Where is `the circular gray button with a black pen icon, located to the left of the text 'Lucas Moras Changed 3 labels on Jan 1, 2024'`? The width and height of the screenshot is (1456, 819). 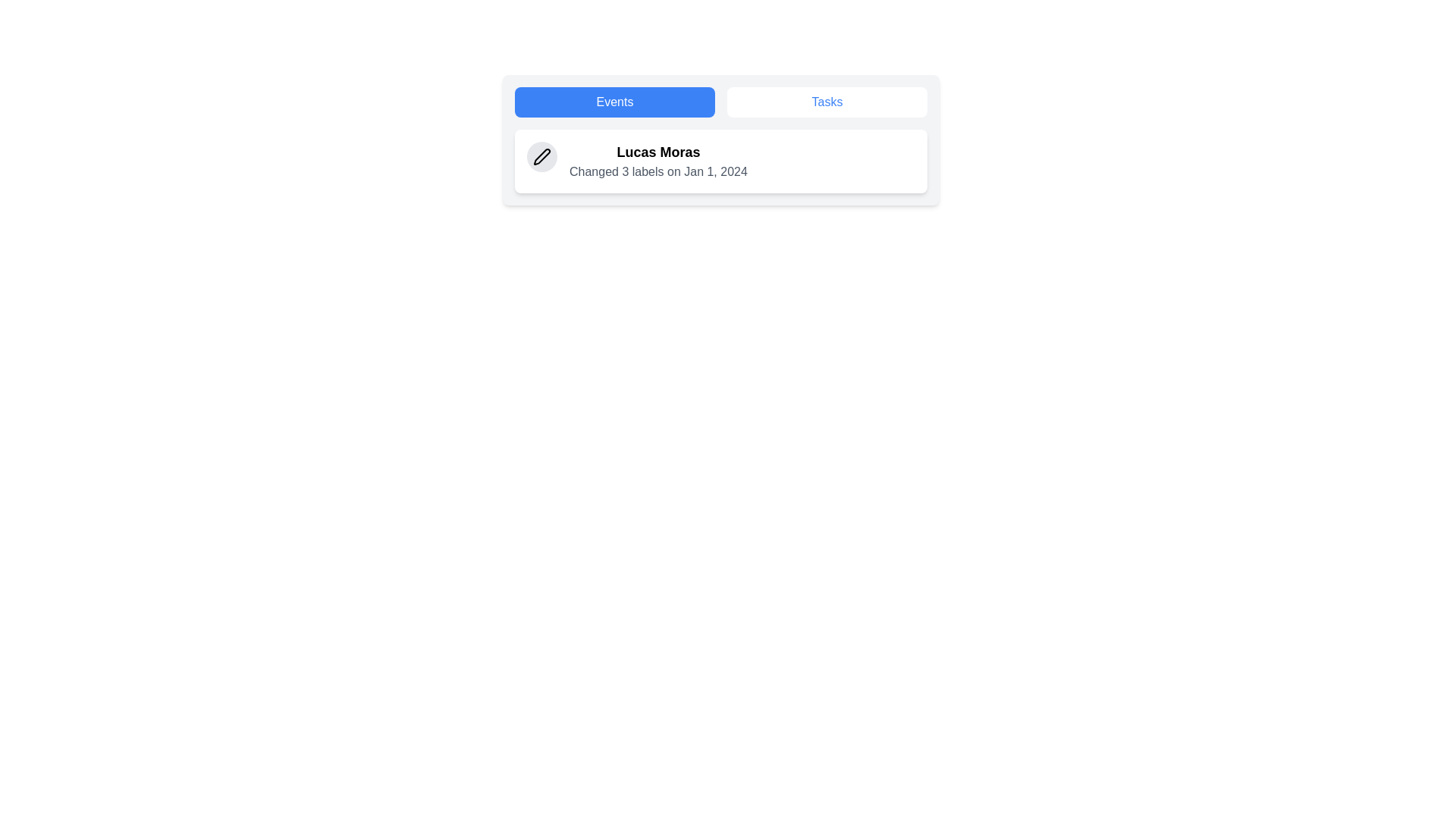 the circular gray button with a black pen icon, located to the left of the text 'Lucas Moras Changed 3 labels on Jan 1, 2024' is located at coordinates (542, 157).